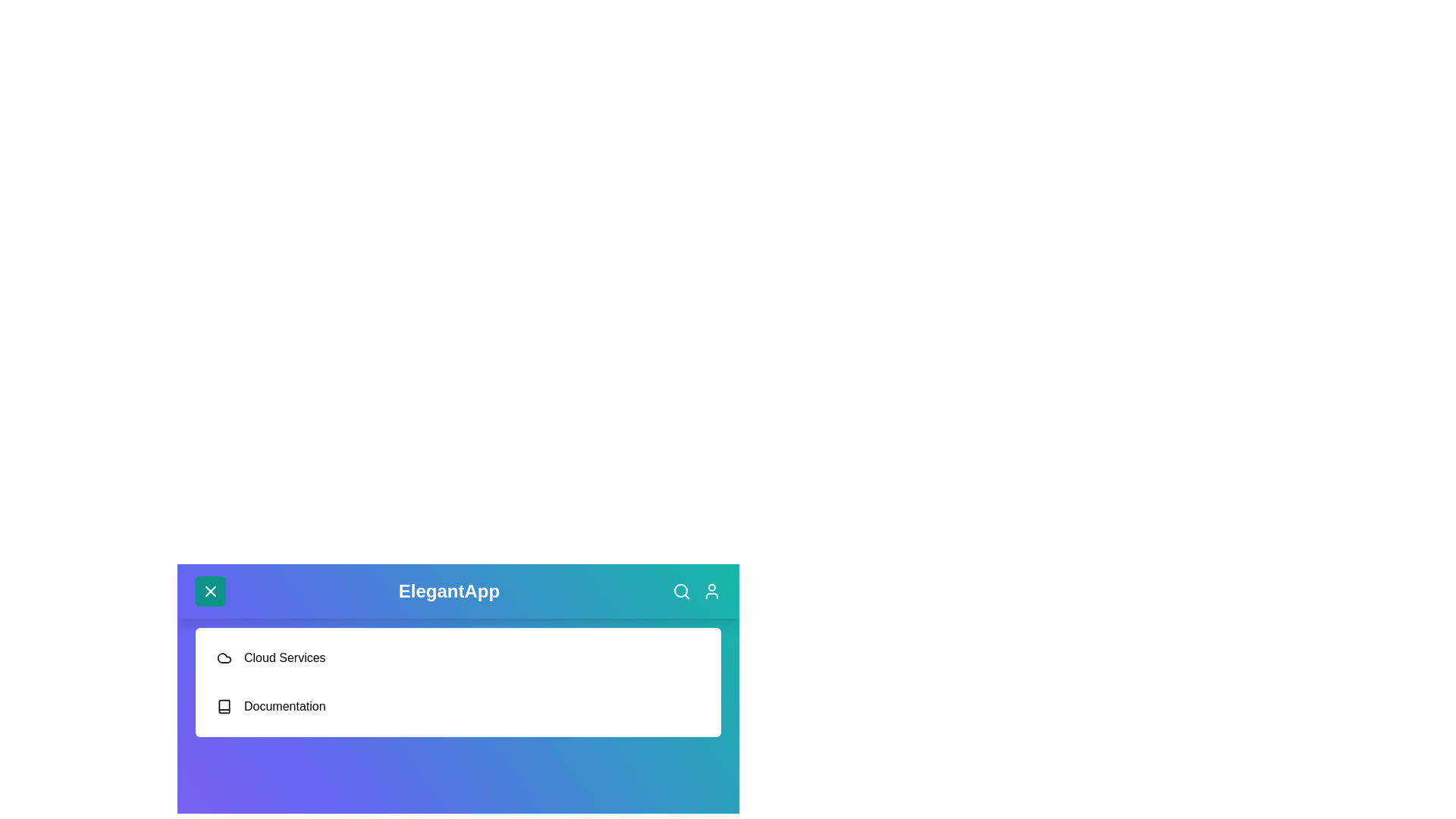 The height and width of the screenshot is (819, 1456). I want to click on the user icon to access the user profile, so click(711, 590).